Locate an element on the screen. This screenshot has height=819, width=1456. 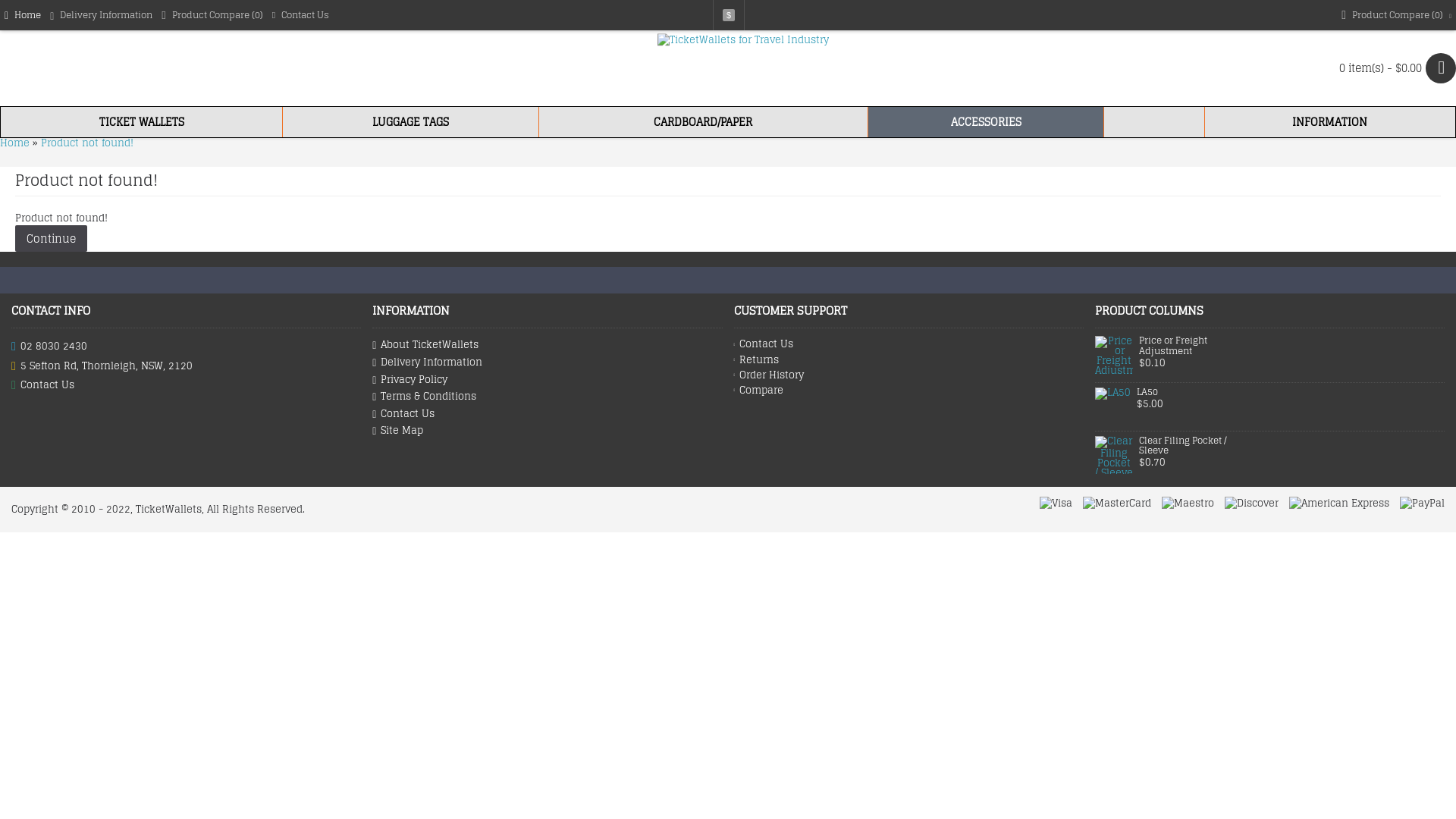
'TICKET WALLETS' is located at coordinates (0, 121).